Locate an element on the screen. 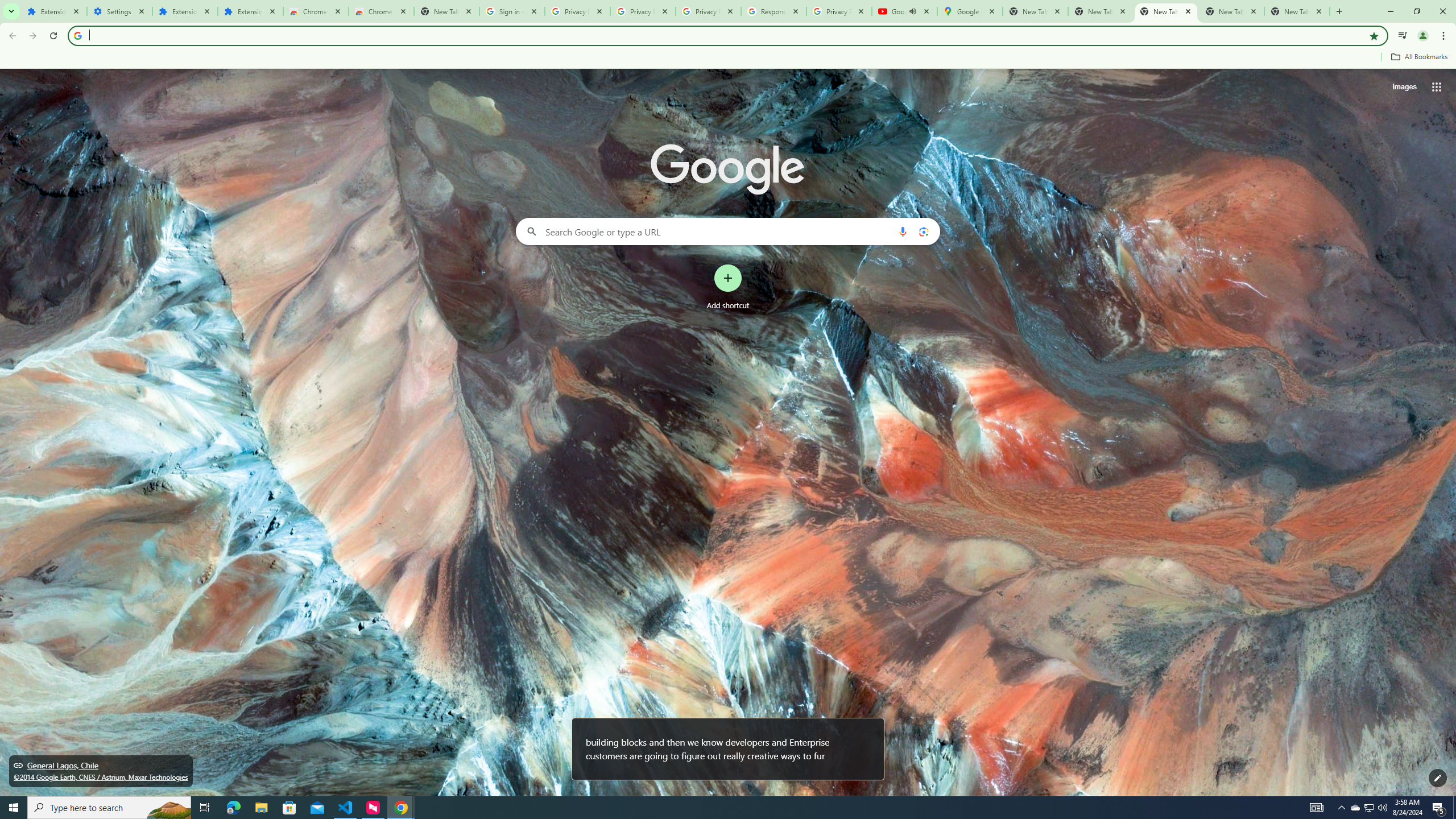 Image resolution: width=1456 pixels, height=819 pixels. 'New Tab' is located at coordinates (1296, 11).